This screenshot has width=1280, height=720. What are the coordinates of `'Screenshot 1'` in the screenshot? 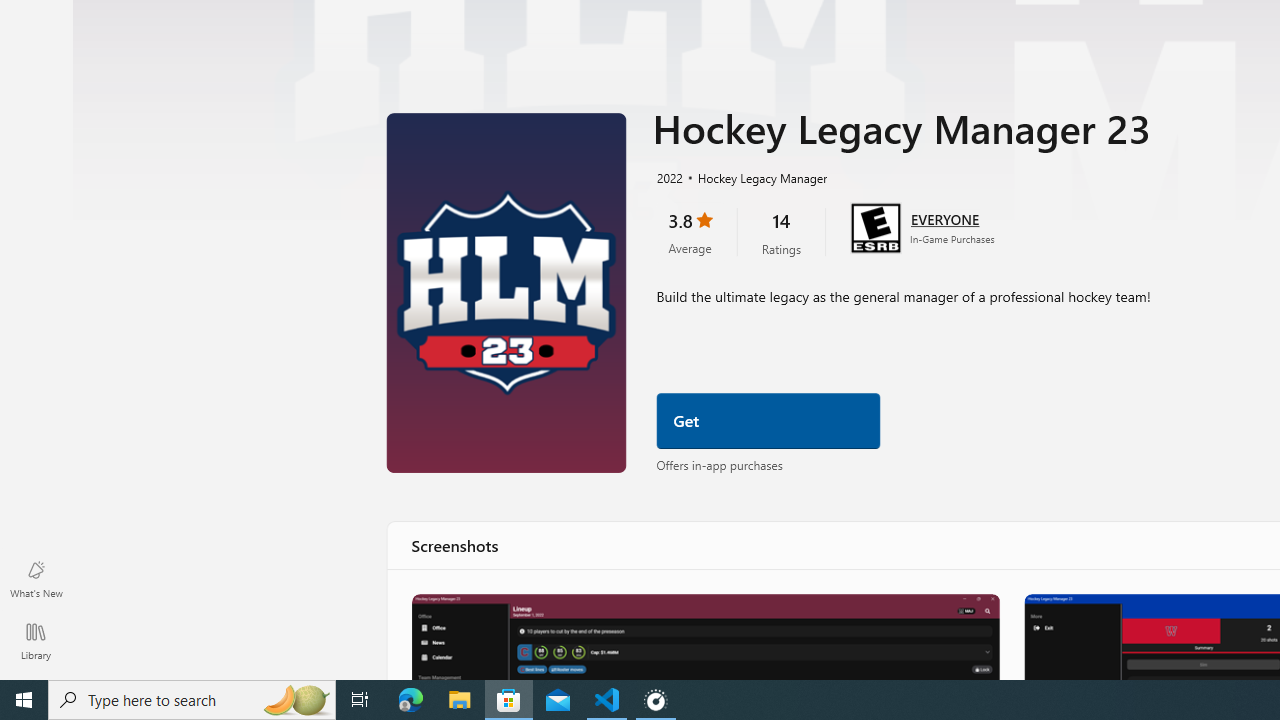 It's located at (704, 636).